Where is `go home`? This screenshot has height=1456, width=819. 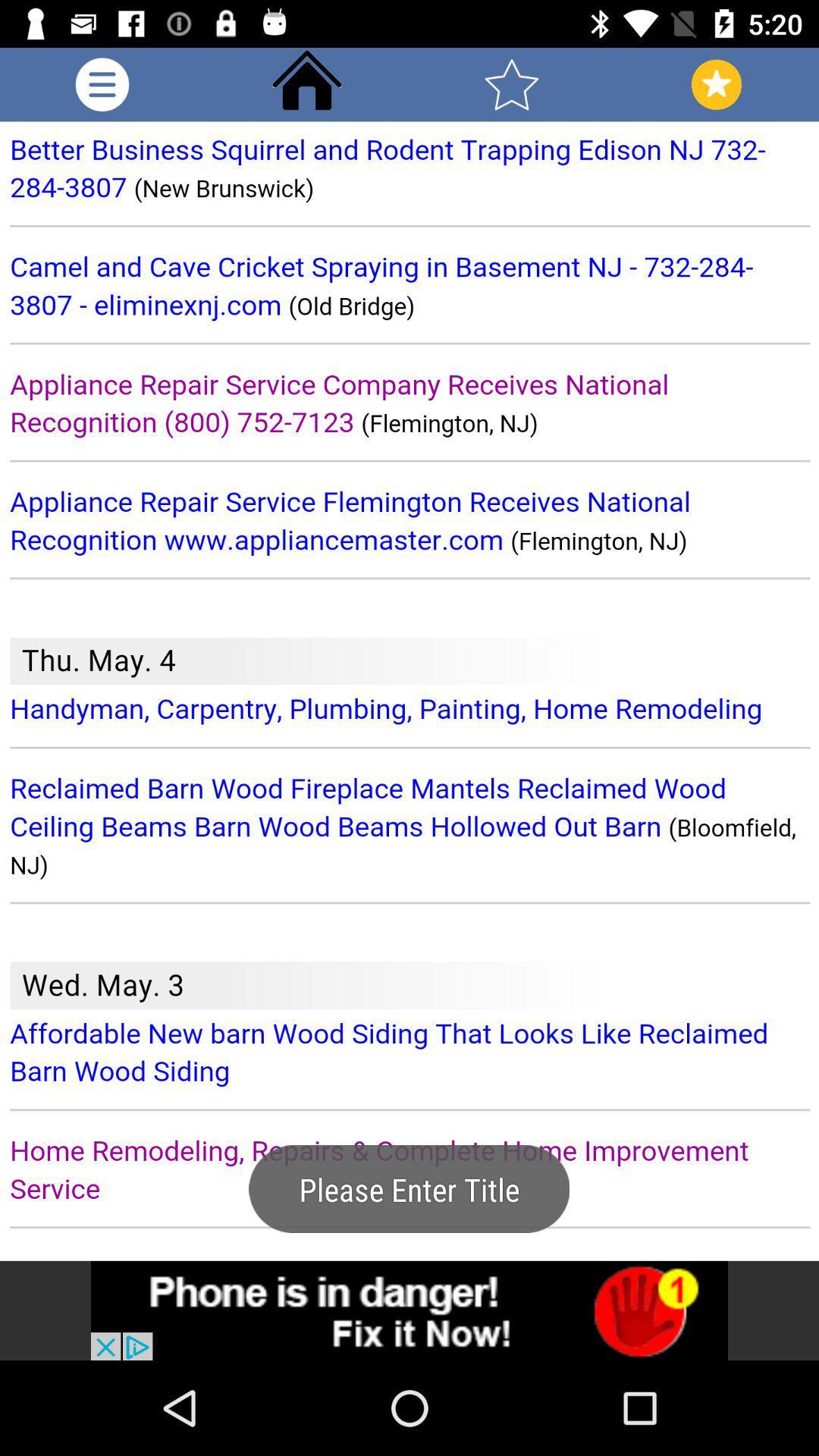 go home is located at coordinates (307, 83).